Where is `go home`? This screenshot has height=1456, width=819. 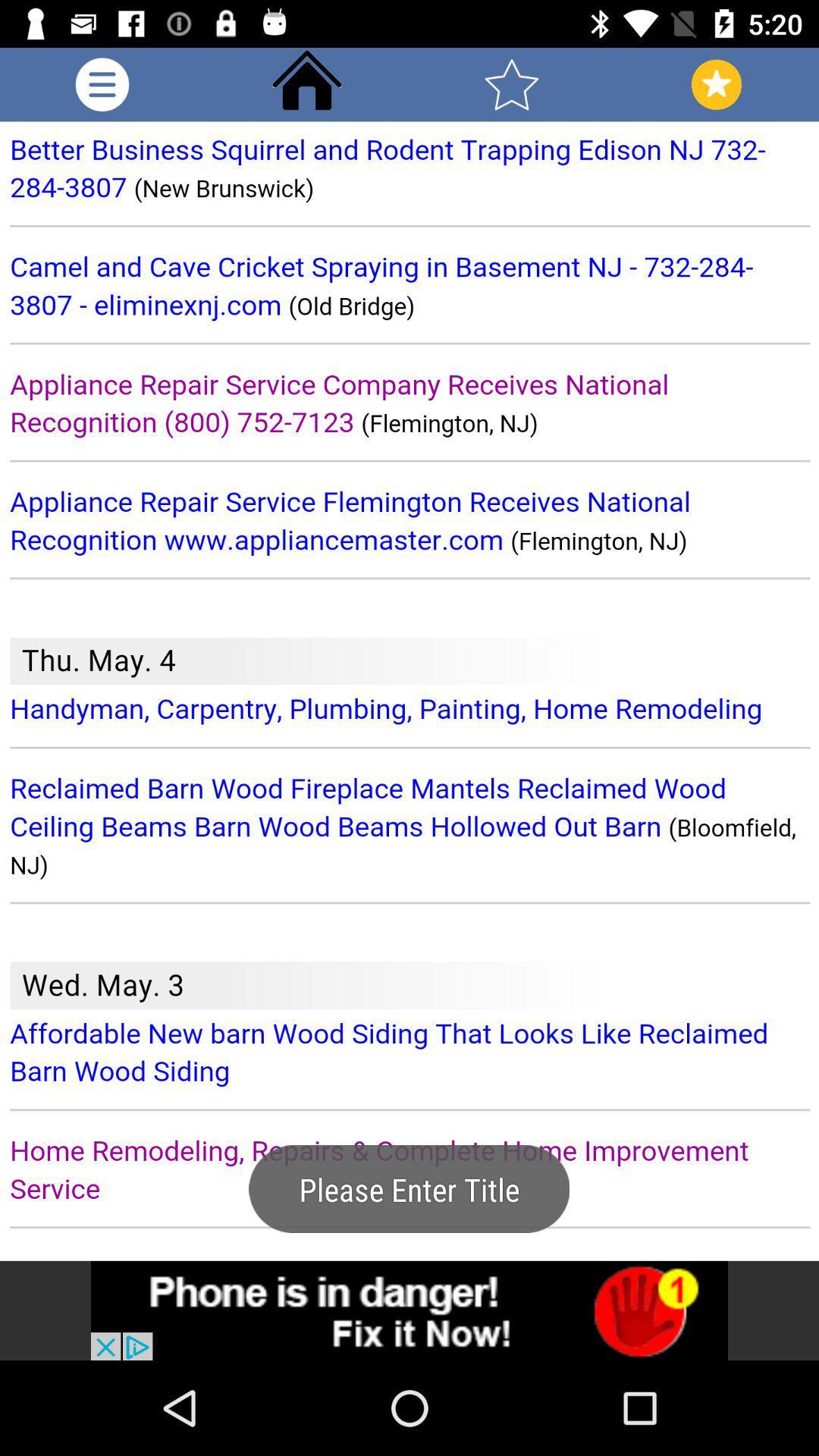 go home is located at coordinates (307, 83).